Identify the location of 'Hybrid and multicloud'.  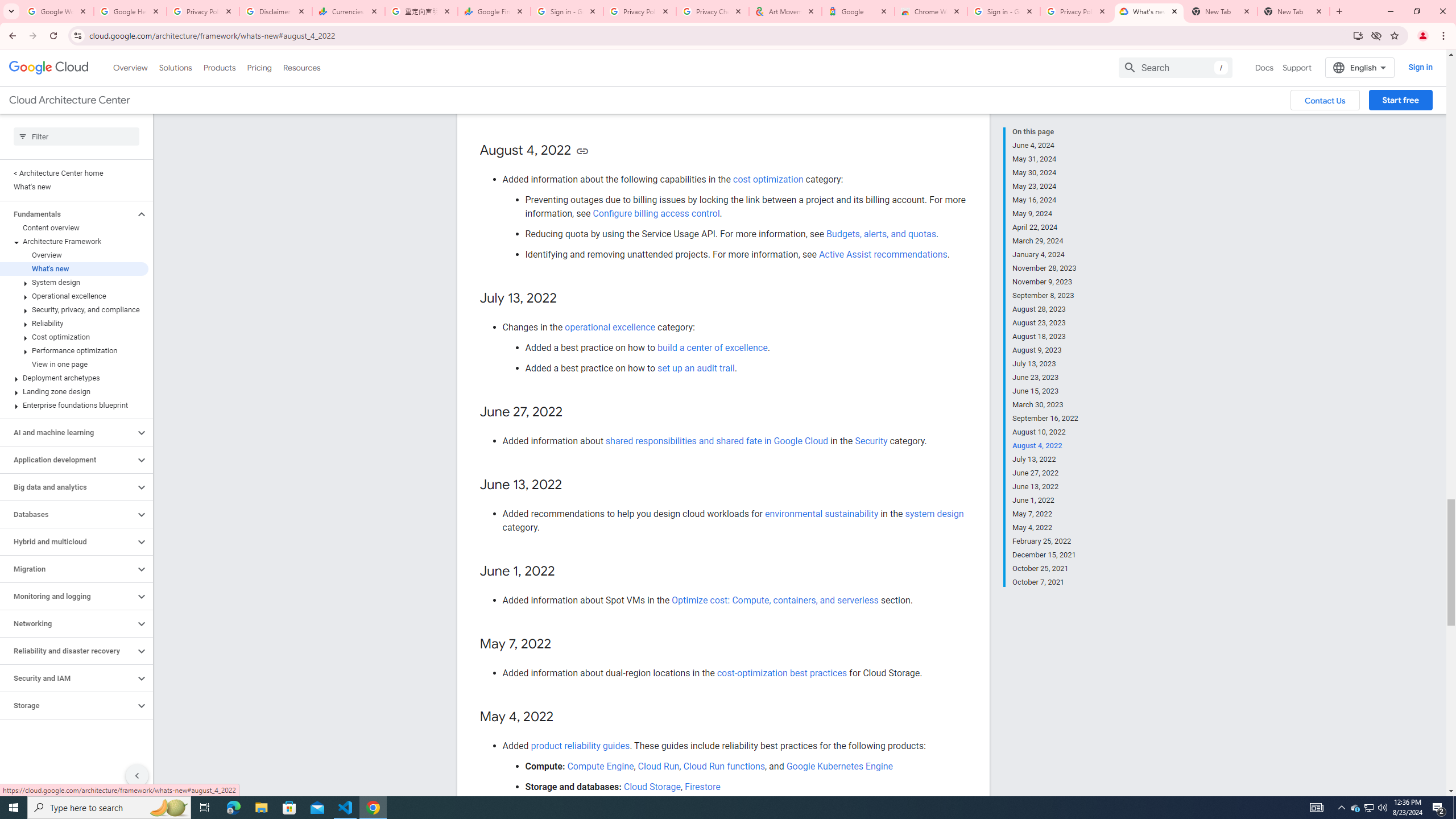
(67, 541).